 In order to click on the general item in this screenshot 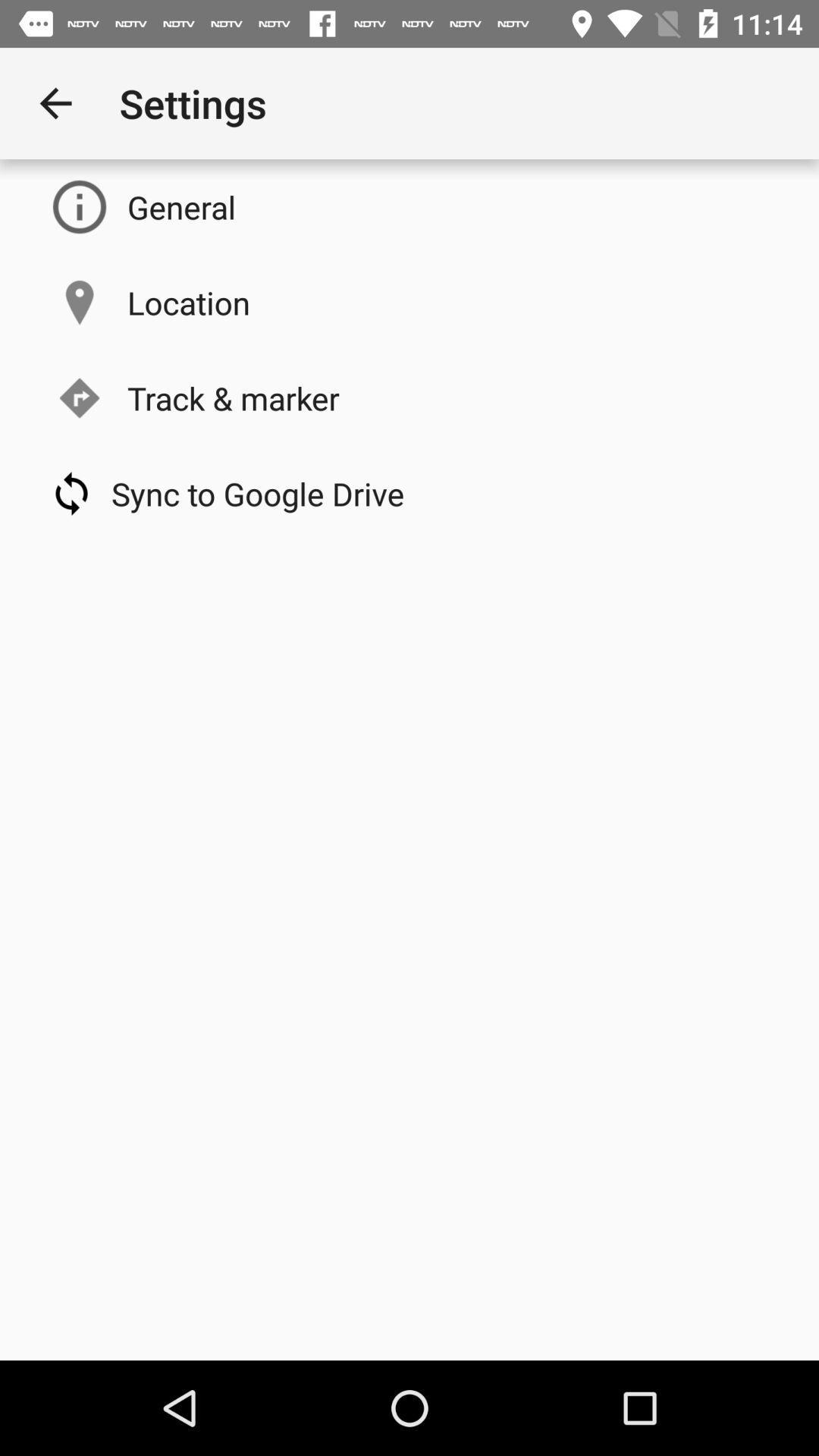, I will do `click(180, 206)`.